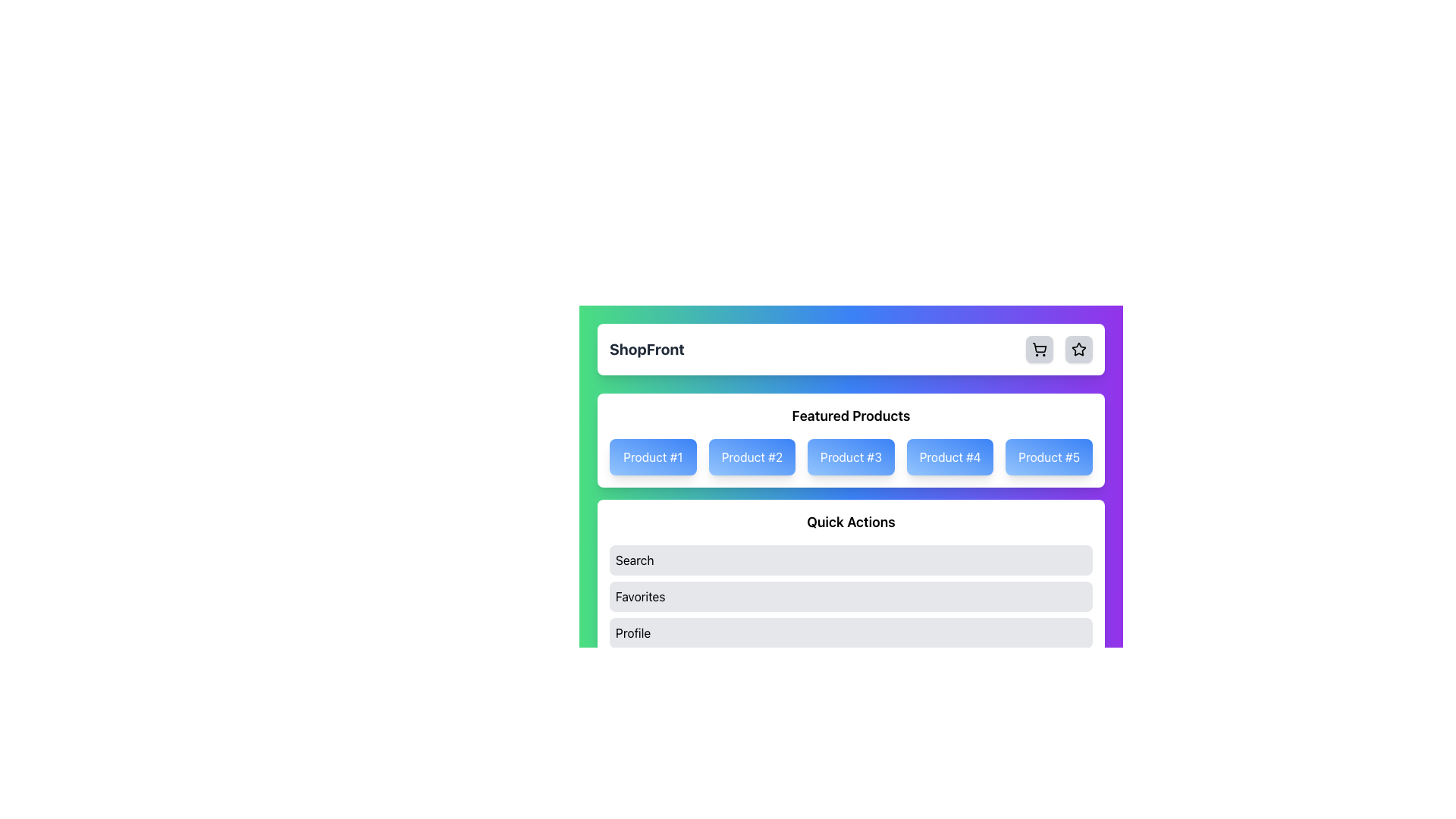 Image resolution: width=1456 pixels, height=819 pixels. I want to click on the star-shaped icon with a hollow outline in black, located at the top-right corner of the interface, next to the shopping cart icon, so click(1078, 349).